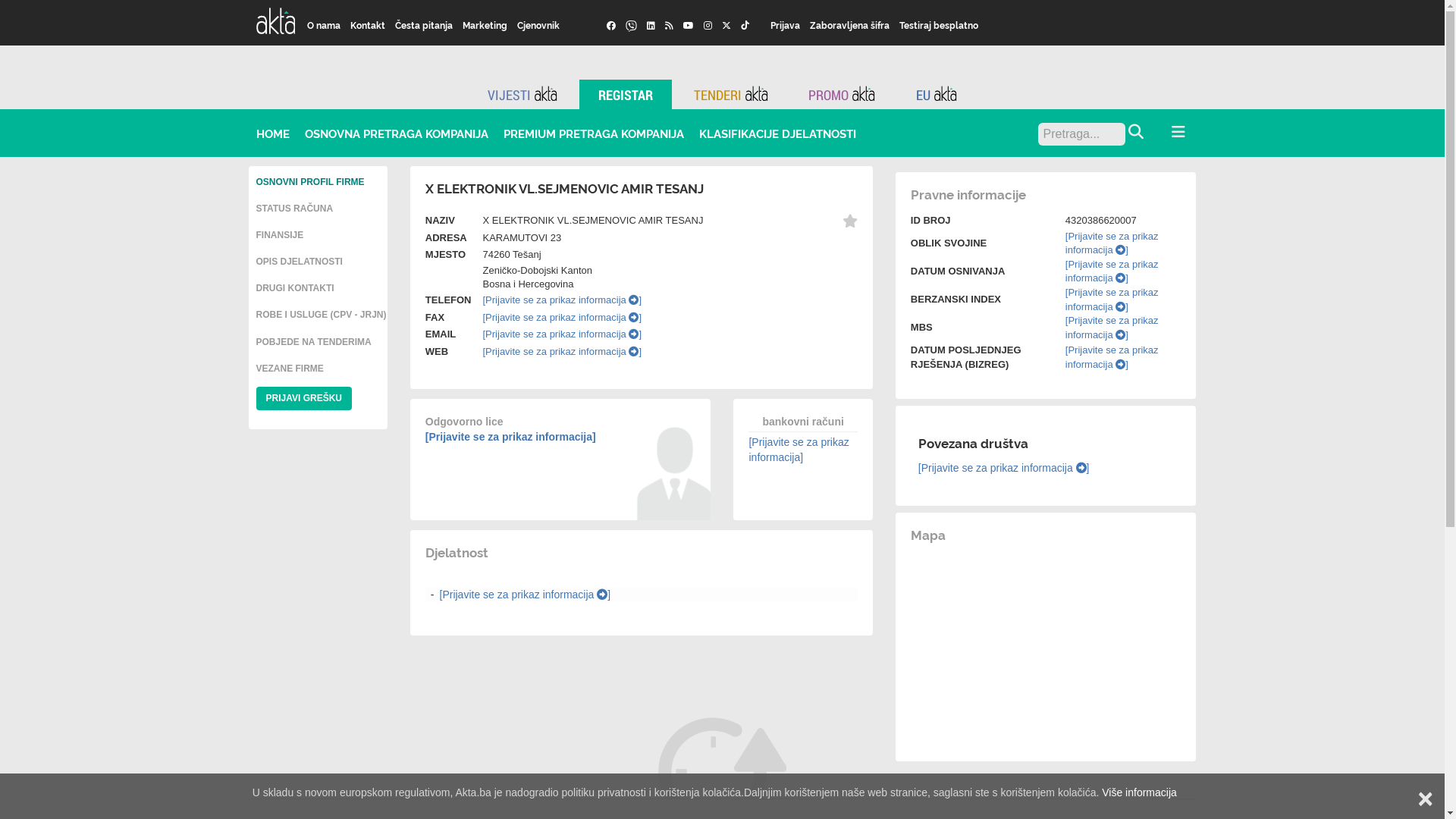 Image resolution: width=1456 pixels, height=819 pixels. I want to click on 'Marketing', so click(484, 25).